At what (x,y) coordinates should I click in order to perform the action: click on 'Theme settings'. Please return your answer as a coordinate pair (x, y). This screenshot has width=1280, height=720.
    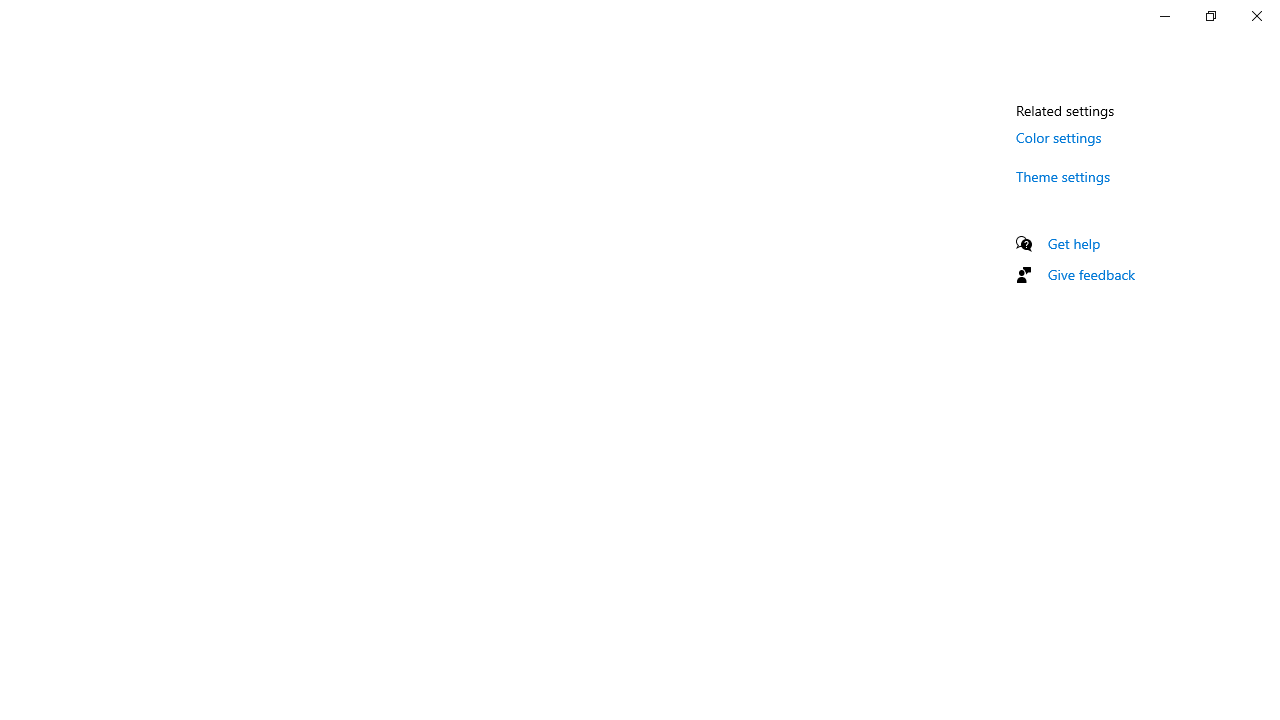
    Looking at the image, I should click on (1062, 175).